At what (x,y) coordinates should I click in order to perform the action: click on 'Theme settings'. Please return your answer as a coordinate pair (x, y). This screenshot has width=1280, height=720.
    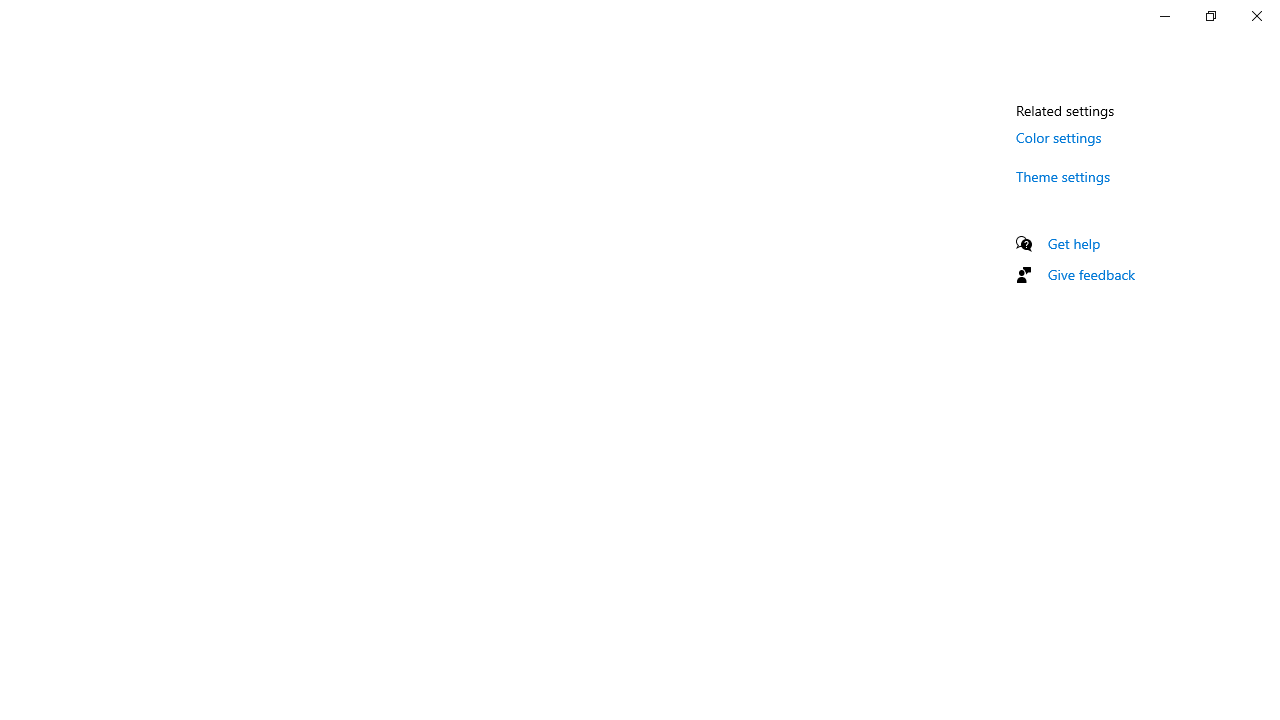
    Looking at the image, I should click on (1062, 175).